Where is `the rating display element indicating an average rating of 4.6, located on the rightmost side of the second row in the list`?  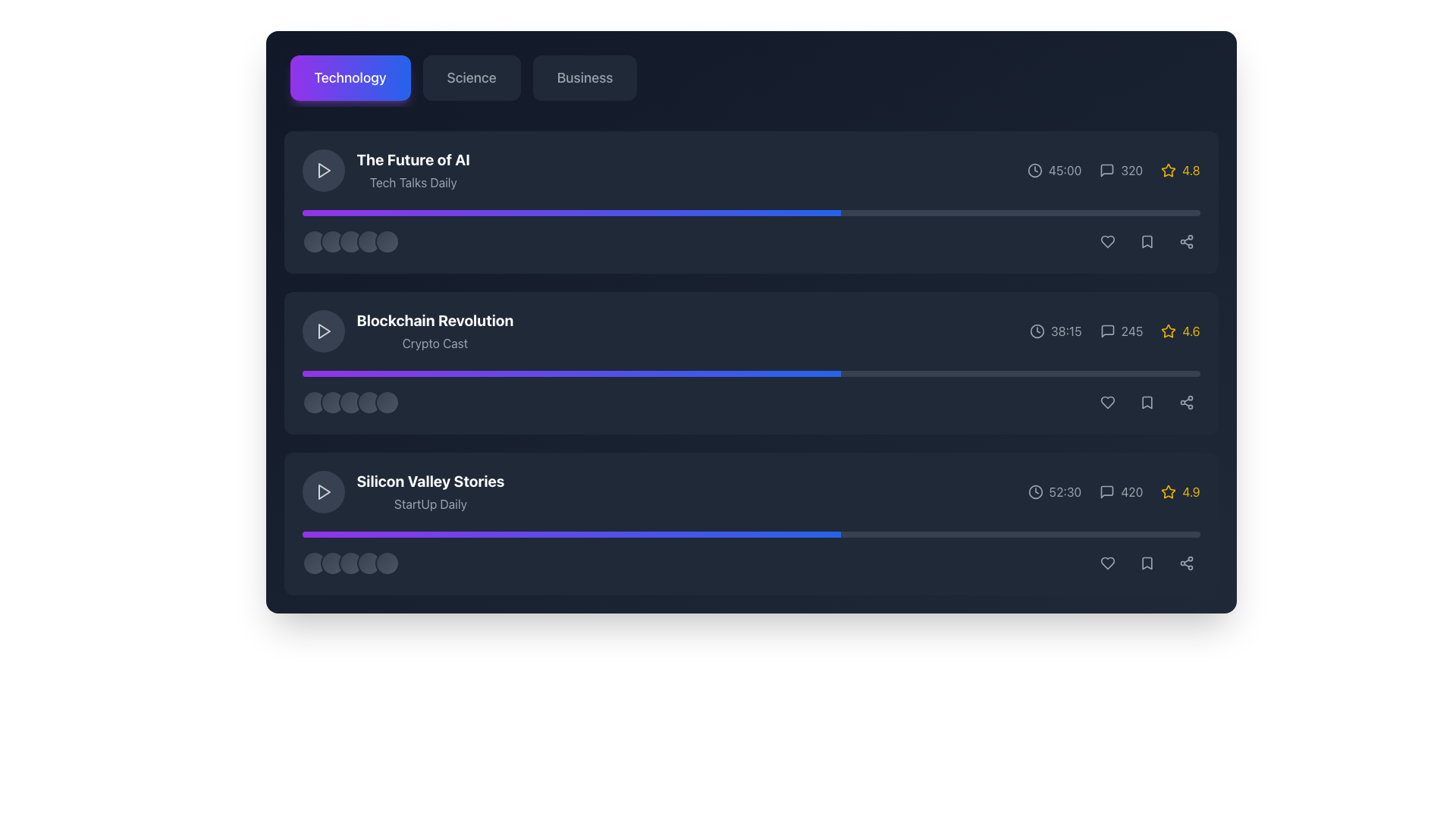 the rating display element indicating an average rating of 4.6, located on the rightmost side of the second row in the list is located at coordinates (1179, 330).